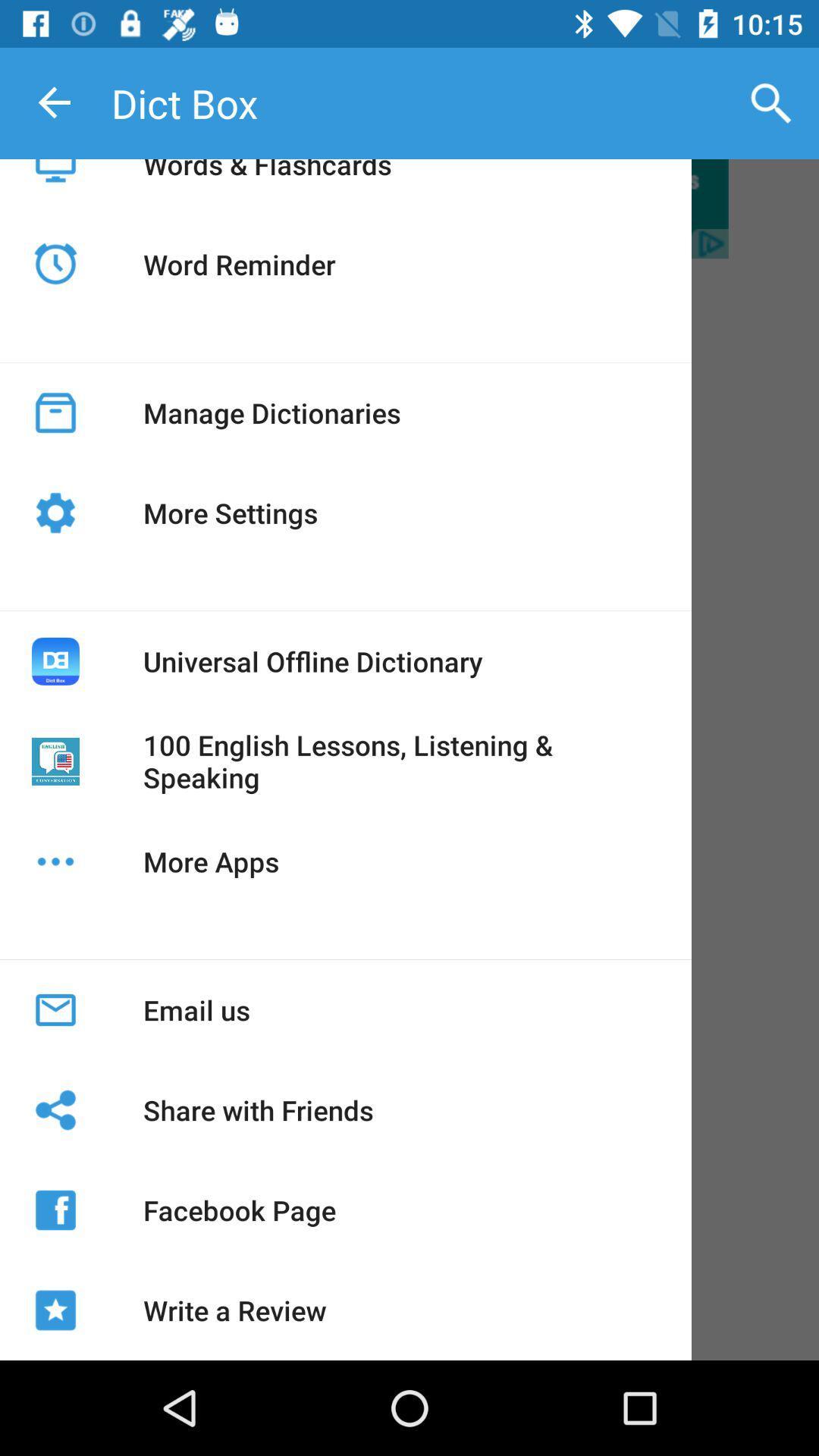 This screenshot has width=819, height=1456. I want to click on item at the top right corner, so click(771, 102).